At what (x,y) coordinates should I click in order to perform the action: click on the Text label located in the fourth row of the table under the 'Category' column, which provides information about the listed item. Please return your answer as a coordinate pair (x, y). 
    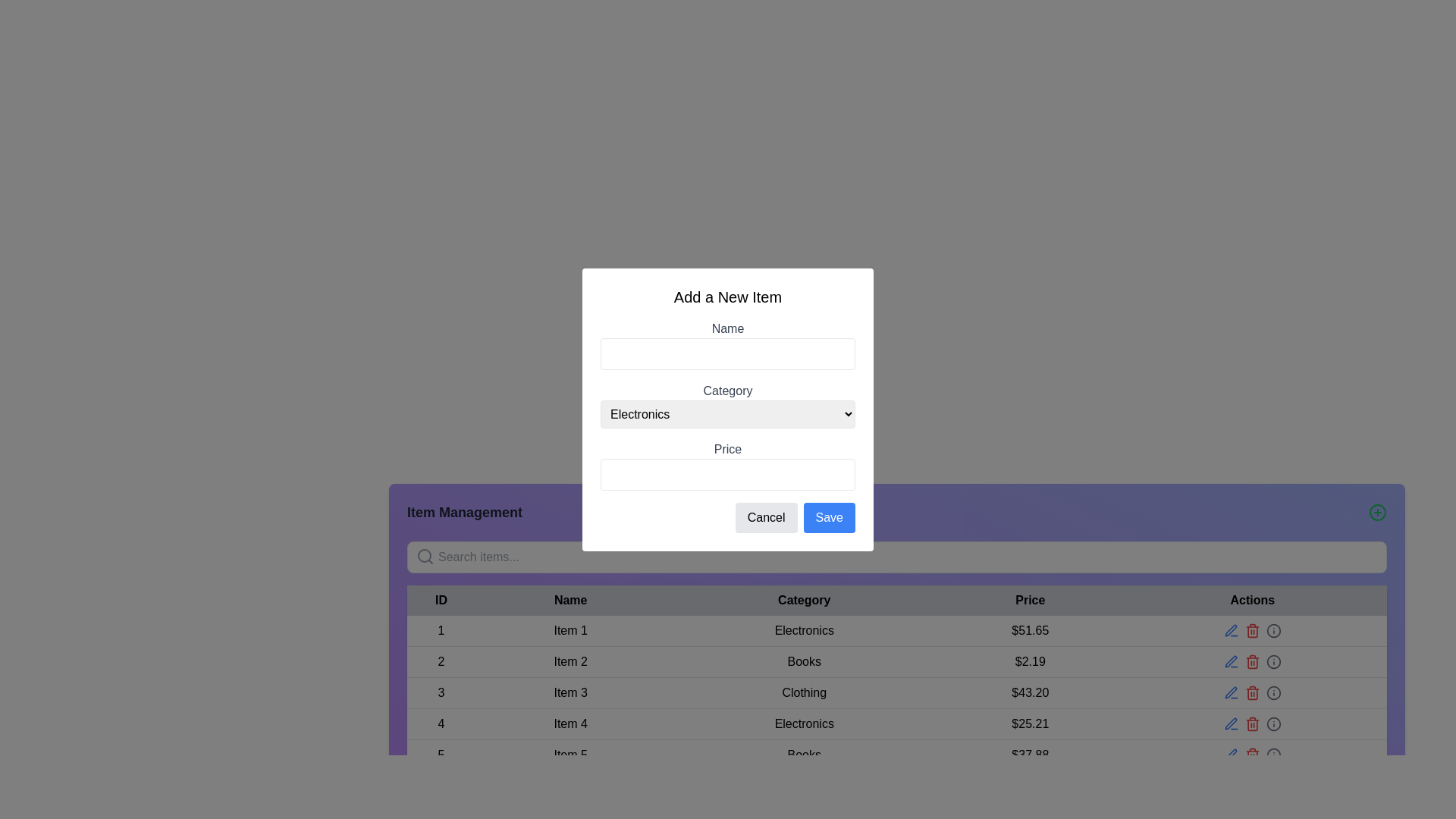
    Looking at the image, I should click on (803, 723).